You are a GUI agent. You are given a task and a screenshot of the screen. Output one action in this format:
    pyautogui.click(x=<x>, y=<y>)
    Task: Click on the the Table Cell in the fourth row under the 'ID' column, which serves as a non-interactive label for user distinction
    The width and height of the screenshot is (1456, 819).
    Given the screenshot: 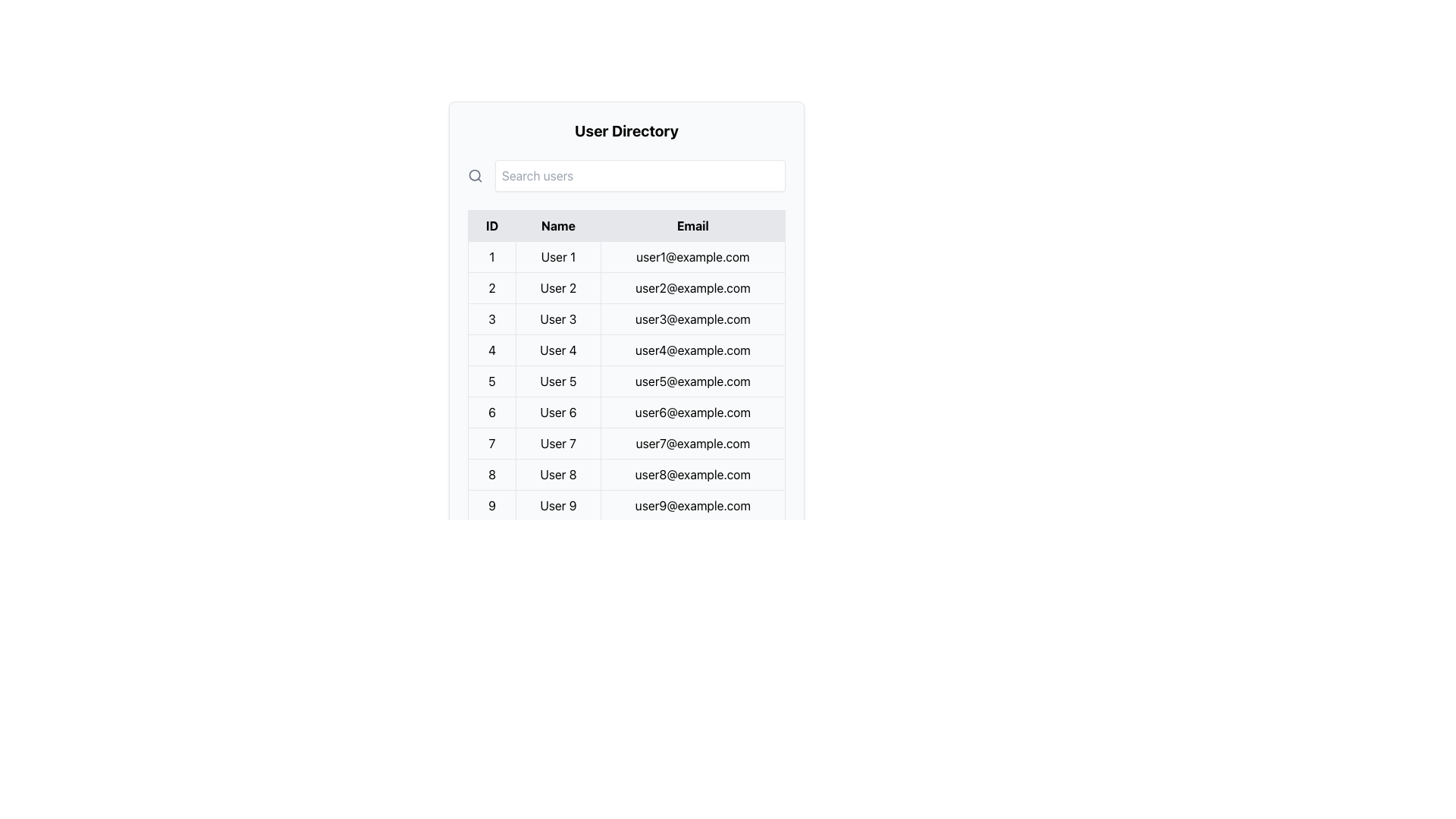 What is the action you would take?
    pyautogui.click(x=491, y=350)
    